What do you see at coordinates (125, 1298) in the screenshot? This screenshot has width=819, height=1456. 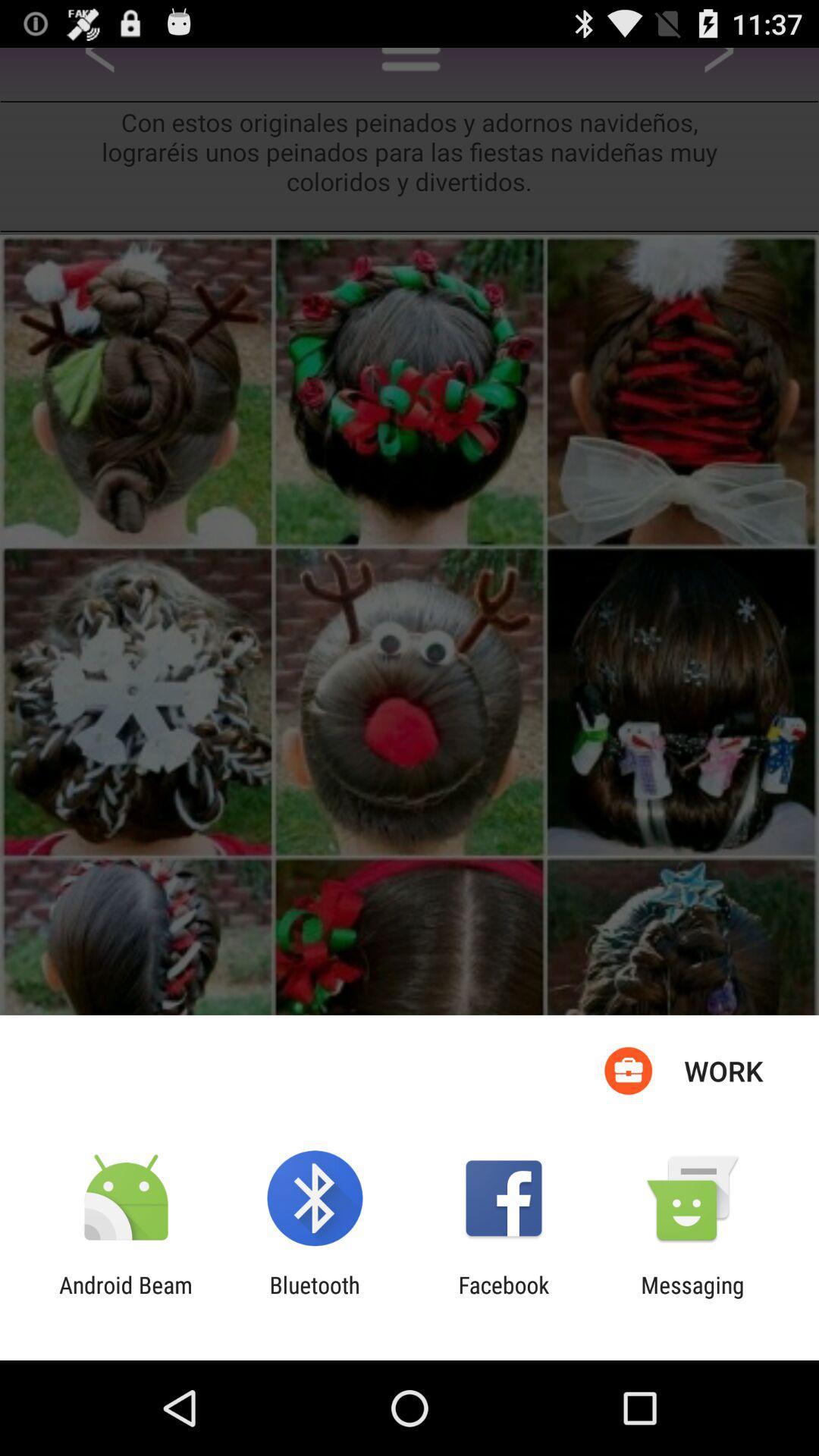 I see `android beam icon` at bounding box center [125, 1298].